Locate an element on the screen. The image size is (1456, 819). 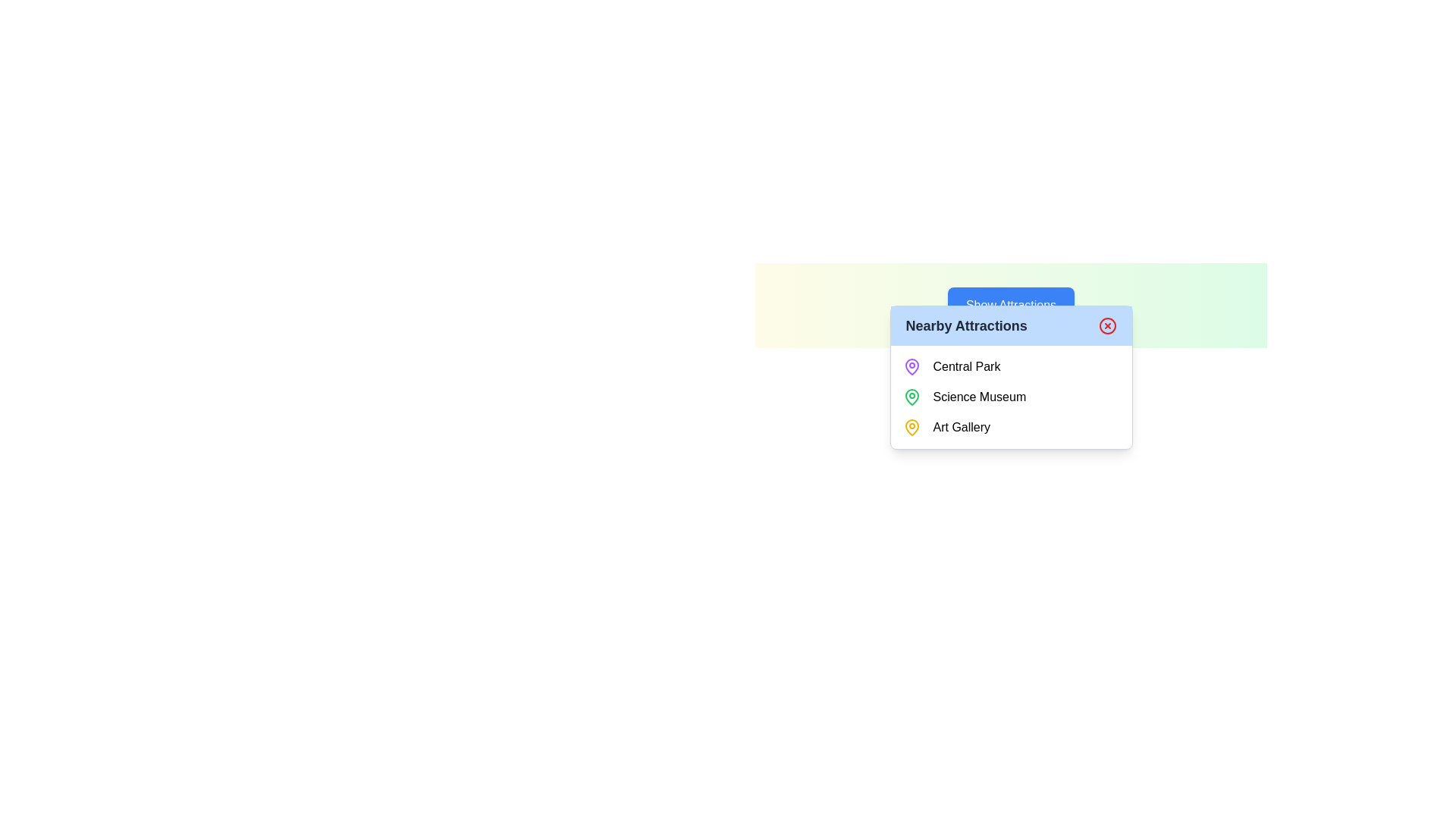
the green pin-shaped icon located to the left of the text 'Science Museum' is located at coordinates (911, 397).